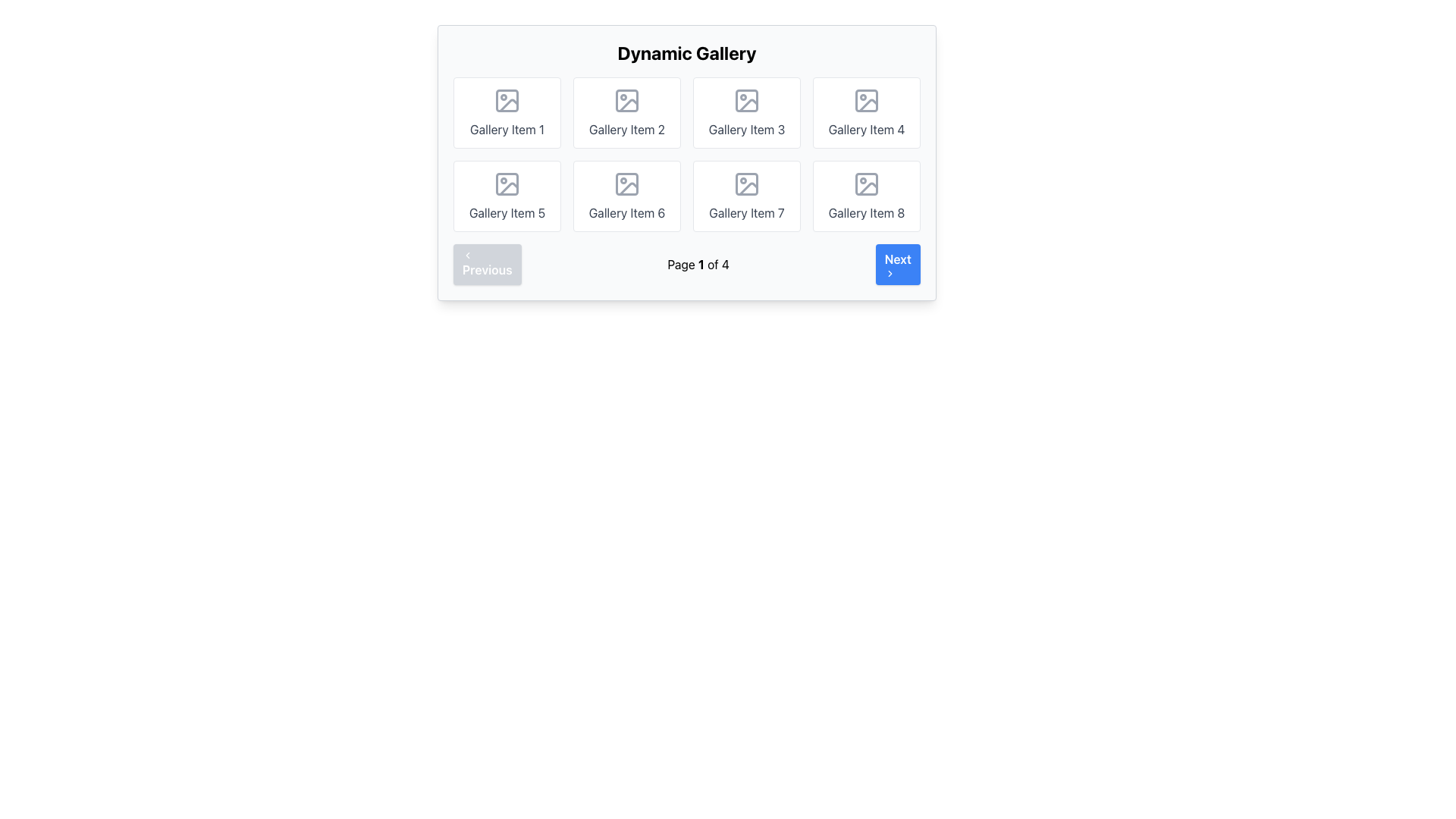 The width and height of the screenshot is (1456, 819). Describe the element at coordinates (507, 100) in the screenshot. I see `the icon that resembles an image with a mountain-like line and a circle, located centrally in the 'Gallery Item 1' card` at that location.